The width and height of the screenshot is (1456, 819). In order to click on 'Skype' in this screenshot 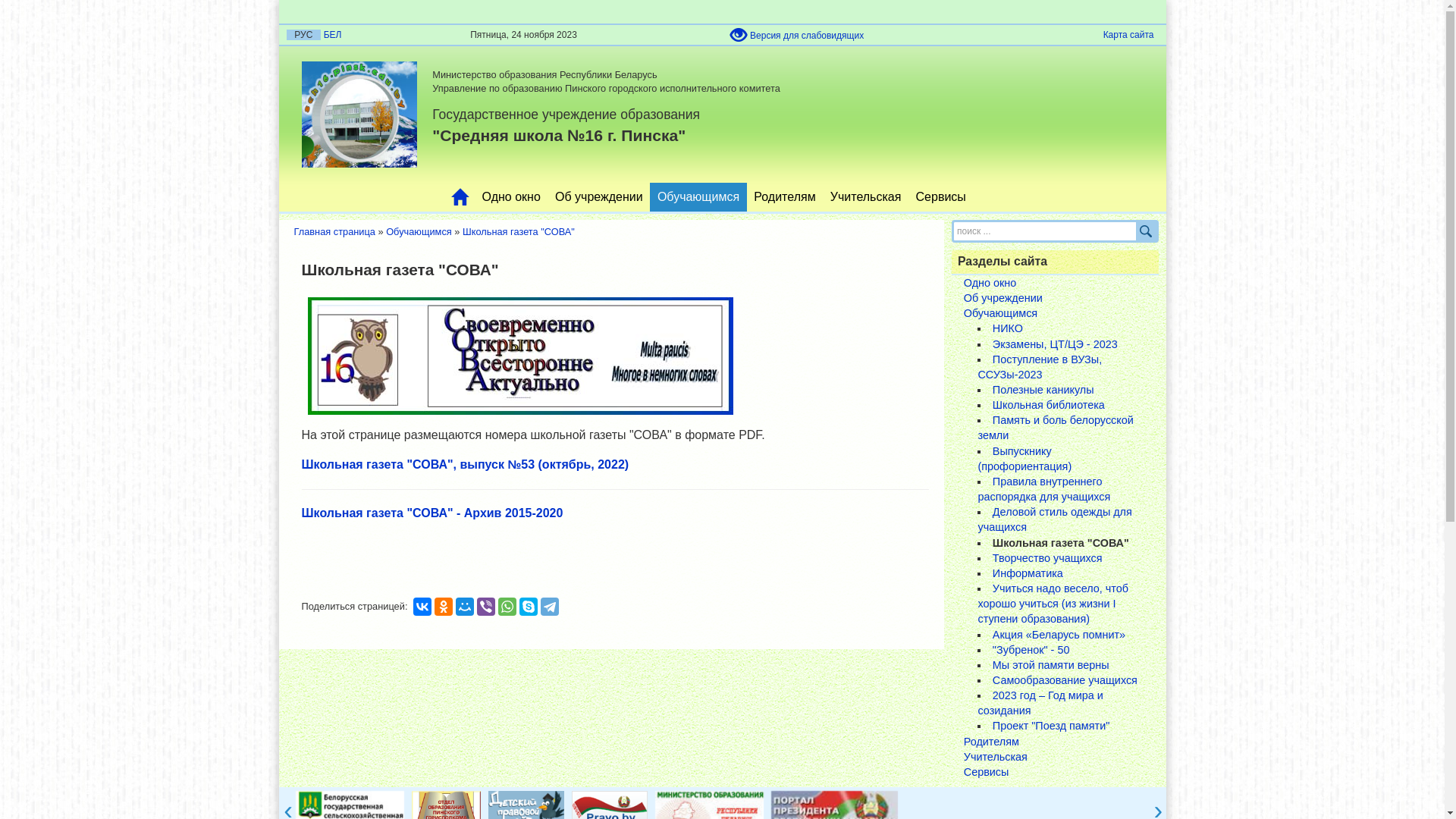, I will do `click(519, 605)`.